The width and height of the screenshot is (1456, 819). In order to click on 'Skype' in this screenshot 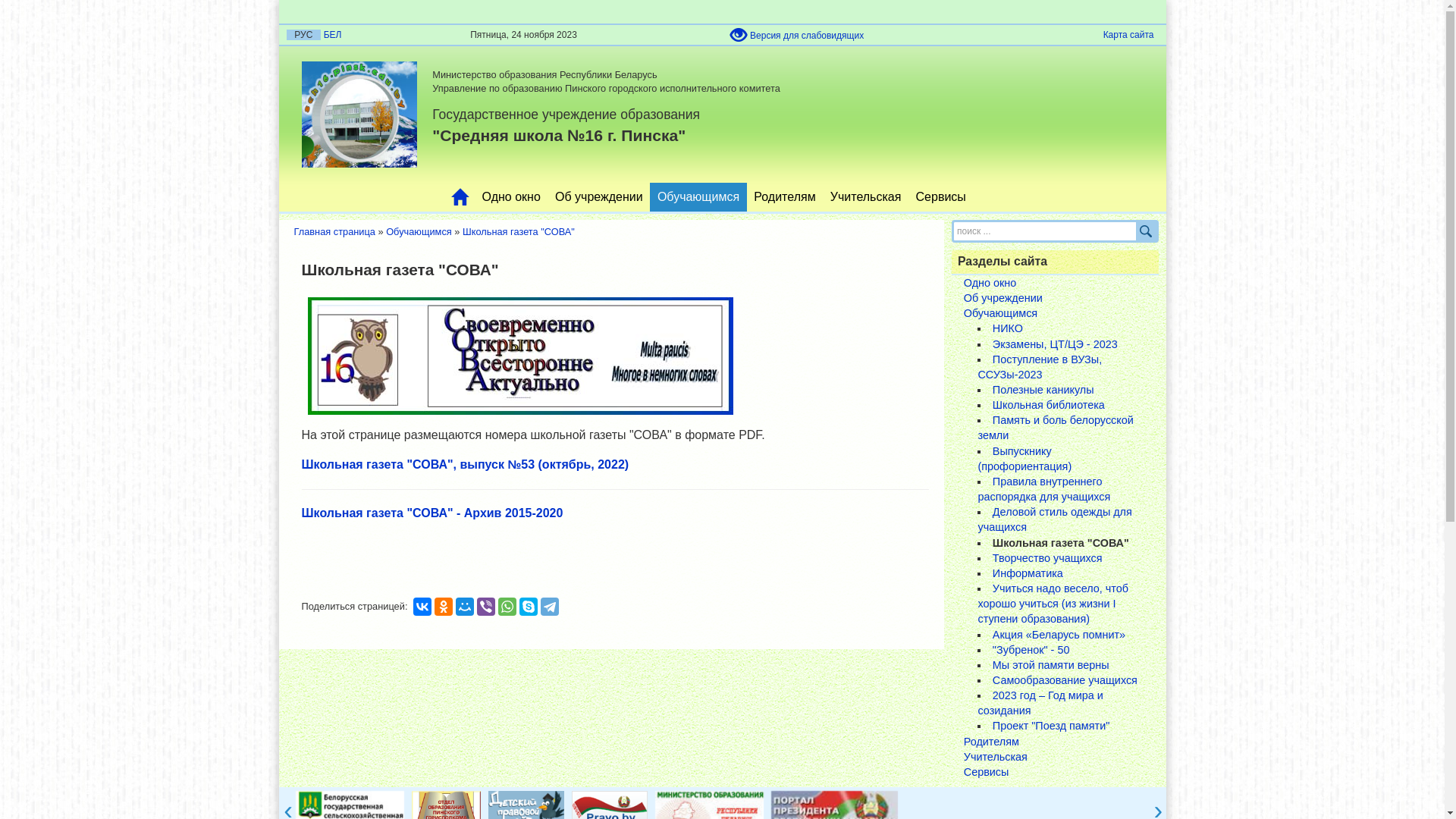, I will do `click(519, 605)`.